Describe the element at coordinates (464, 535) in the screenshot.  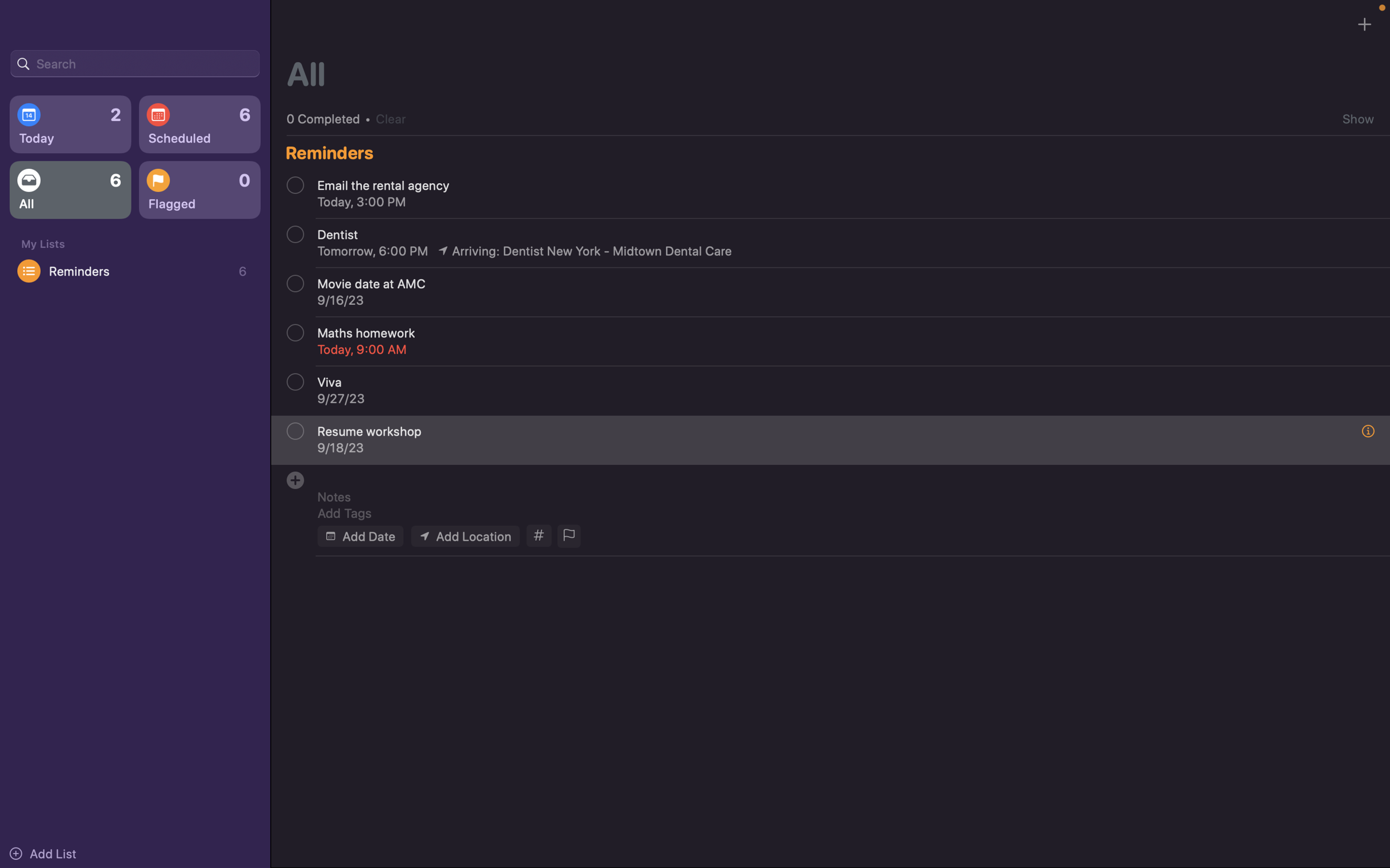
I see `Enter "Zoom meeting" as the event location` at that location.